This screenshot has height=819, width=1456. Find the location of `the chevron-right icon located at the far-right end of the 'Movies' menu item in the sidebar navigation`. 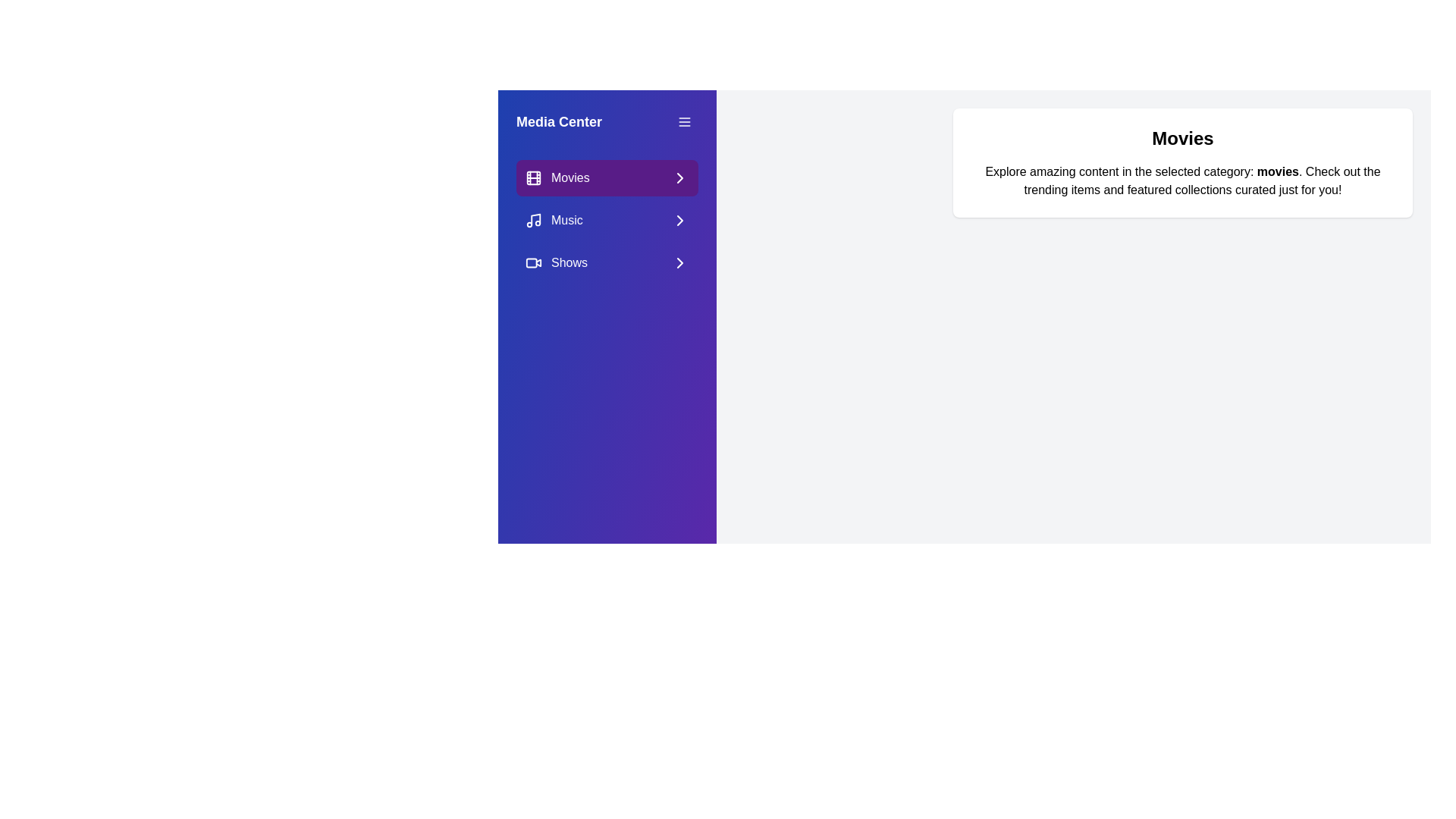

the chevron-right icon located at the far-right end of the 'Movies' menu item in the sidebar navigation is located at coordinates (679, 177).